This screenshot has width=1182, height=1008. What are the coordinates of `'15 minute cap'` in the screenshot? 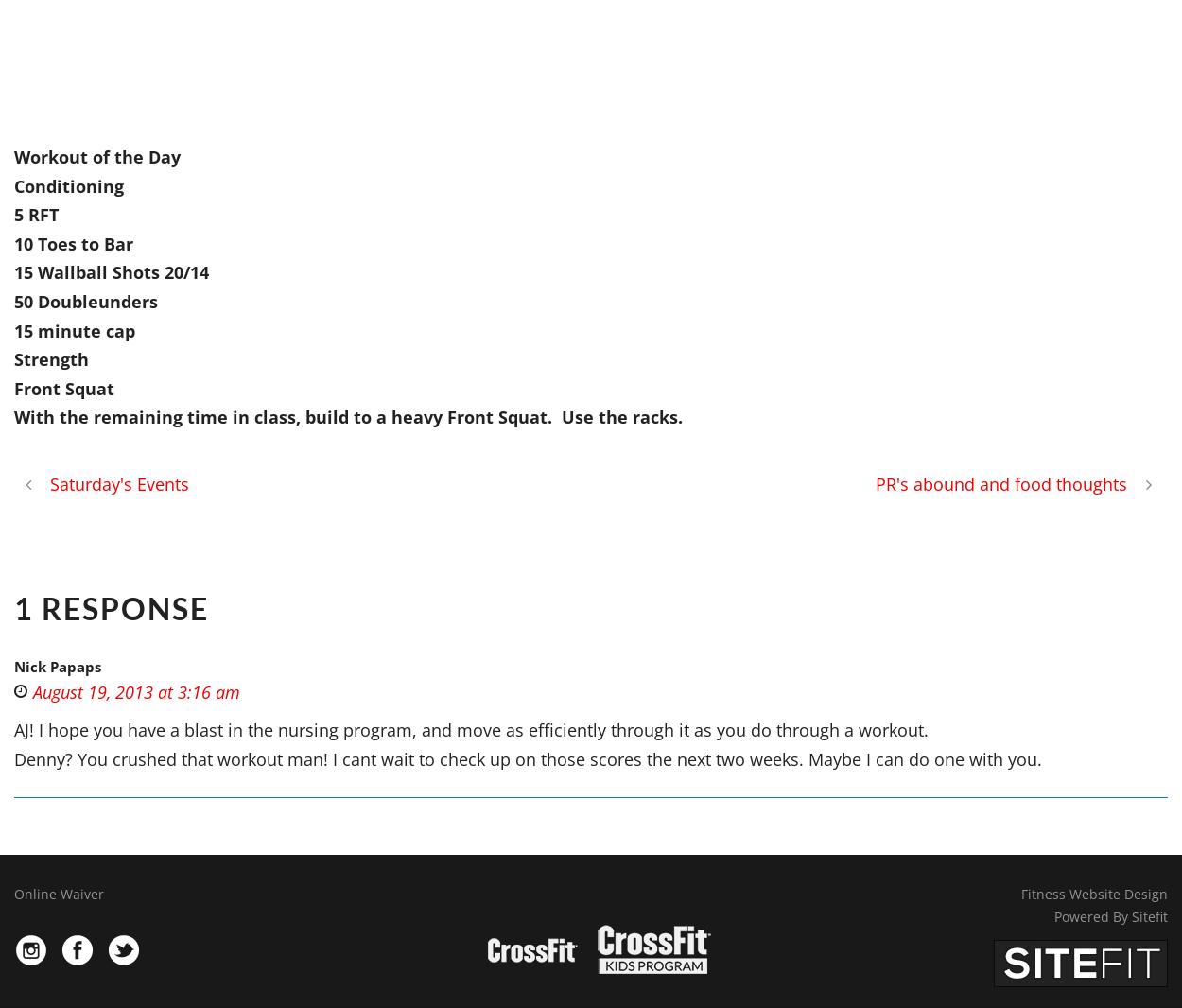 It's located at (74, 330).